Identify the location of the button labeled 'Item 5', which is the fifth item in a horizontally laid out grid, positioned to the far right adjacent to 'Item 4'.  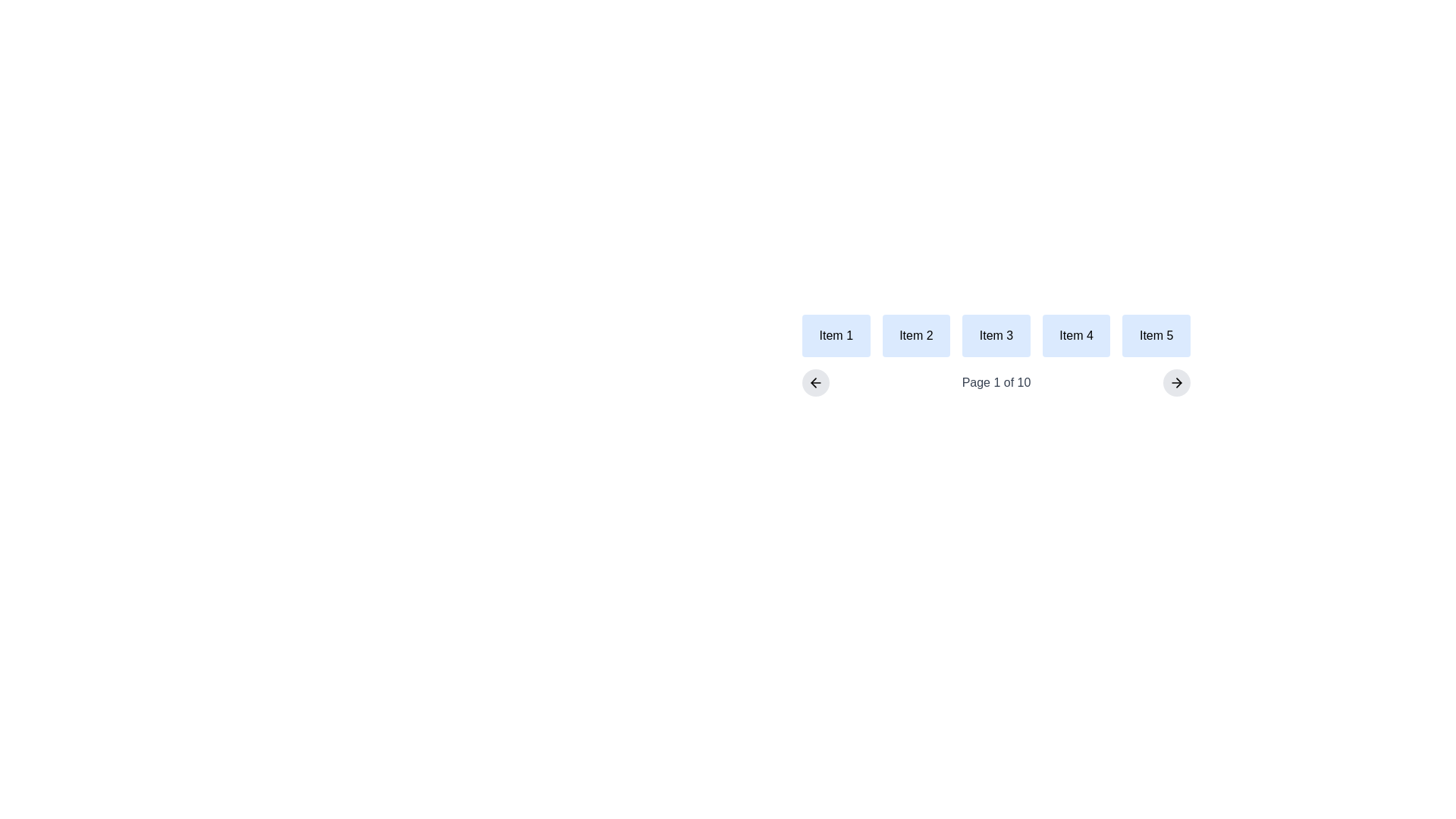
(1156, 335).